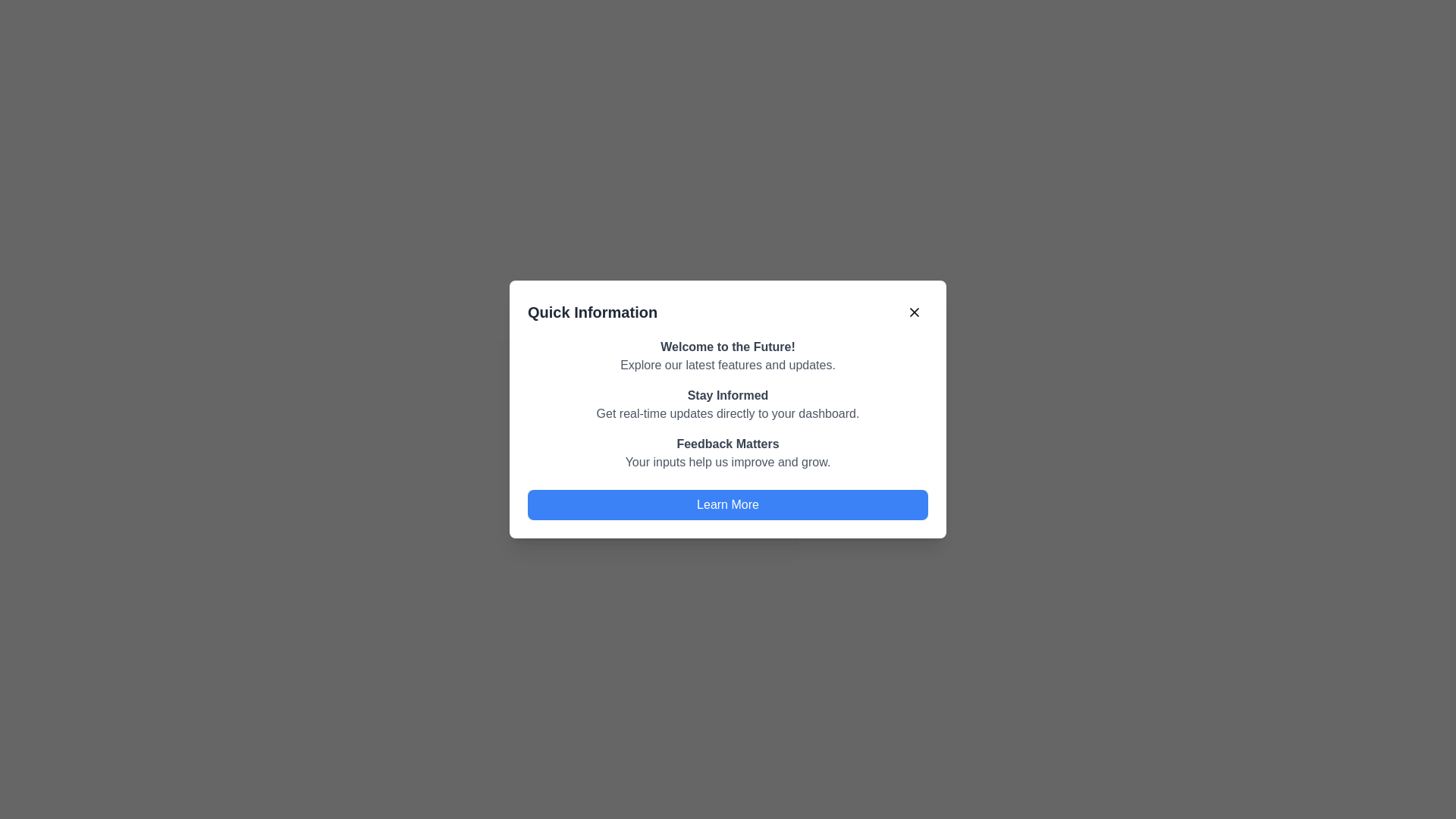  What do you see at coordinates (913, 312) in the screenshot?
I see `the small cross icon inside the circular button located at the top-right corner of the 'Quick Information' popup dialog for accessibility` at bounding box center [913, 312].